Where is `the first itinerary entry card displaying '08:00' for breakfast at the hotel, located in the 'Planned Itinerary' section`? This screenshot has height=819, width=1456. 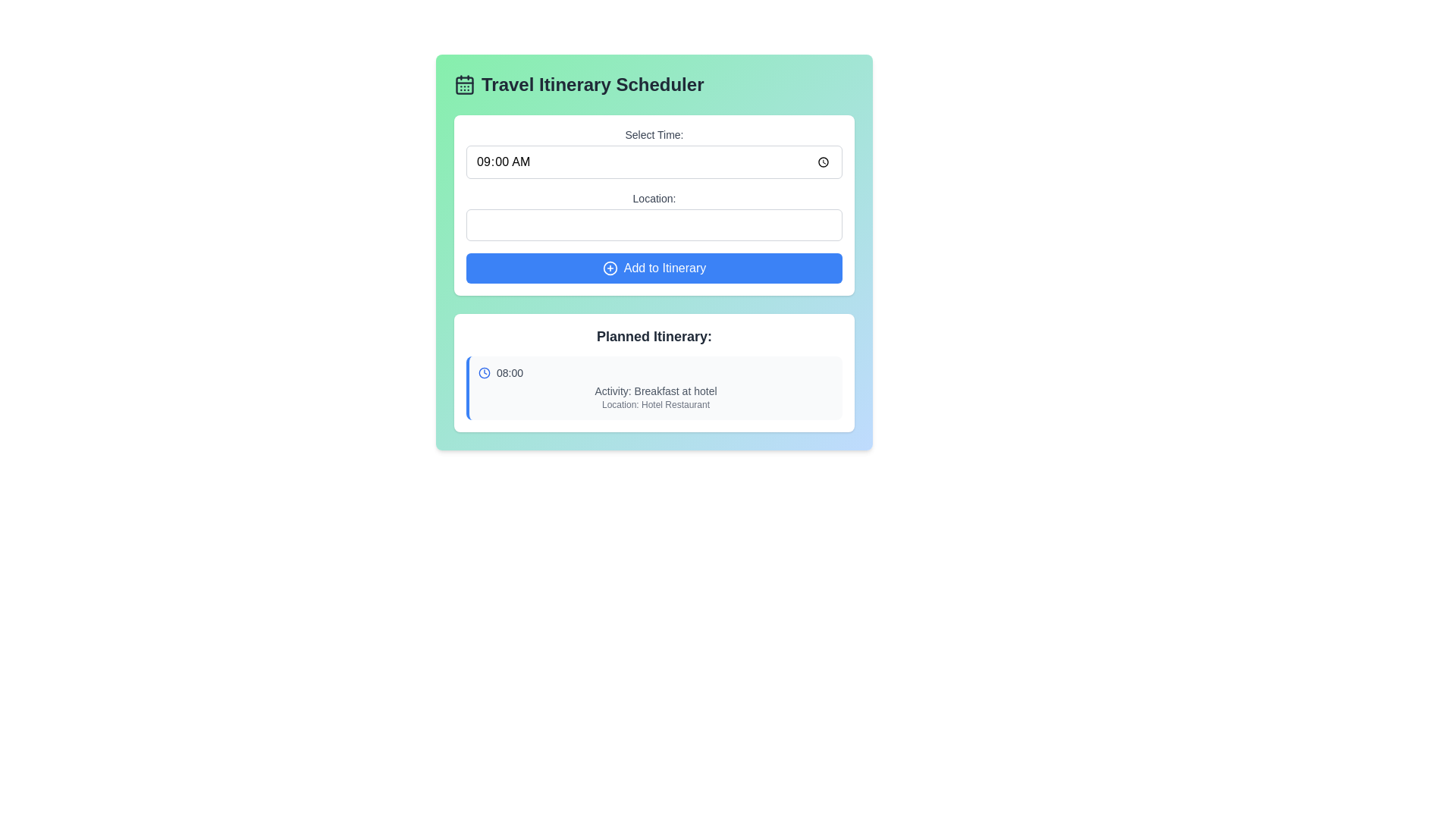 the first itinerary entry card displaying '08:00' for breakfast at the hotel, located in the 'Planned Itinerary' section is located at coordinates (654, 388).